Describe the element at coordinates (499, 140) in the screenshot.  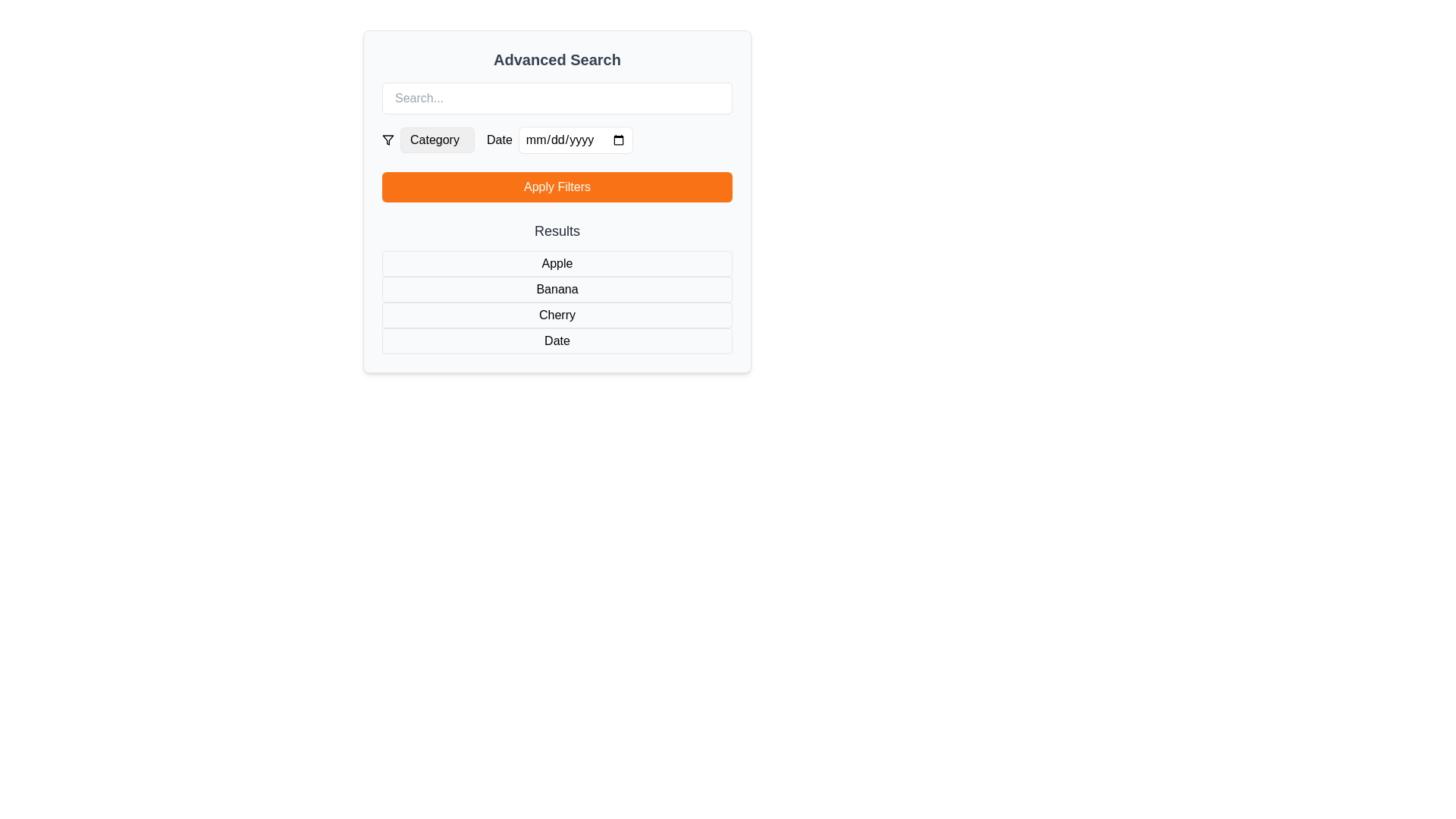
I see `the 'Date' label in the 'Advanced Search' section, which is positioned next to the 'Category' dropdown and to the left of a date input field` at that location.